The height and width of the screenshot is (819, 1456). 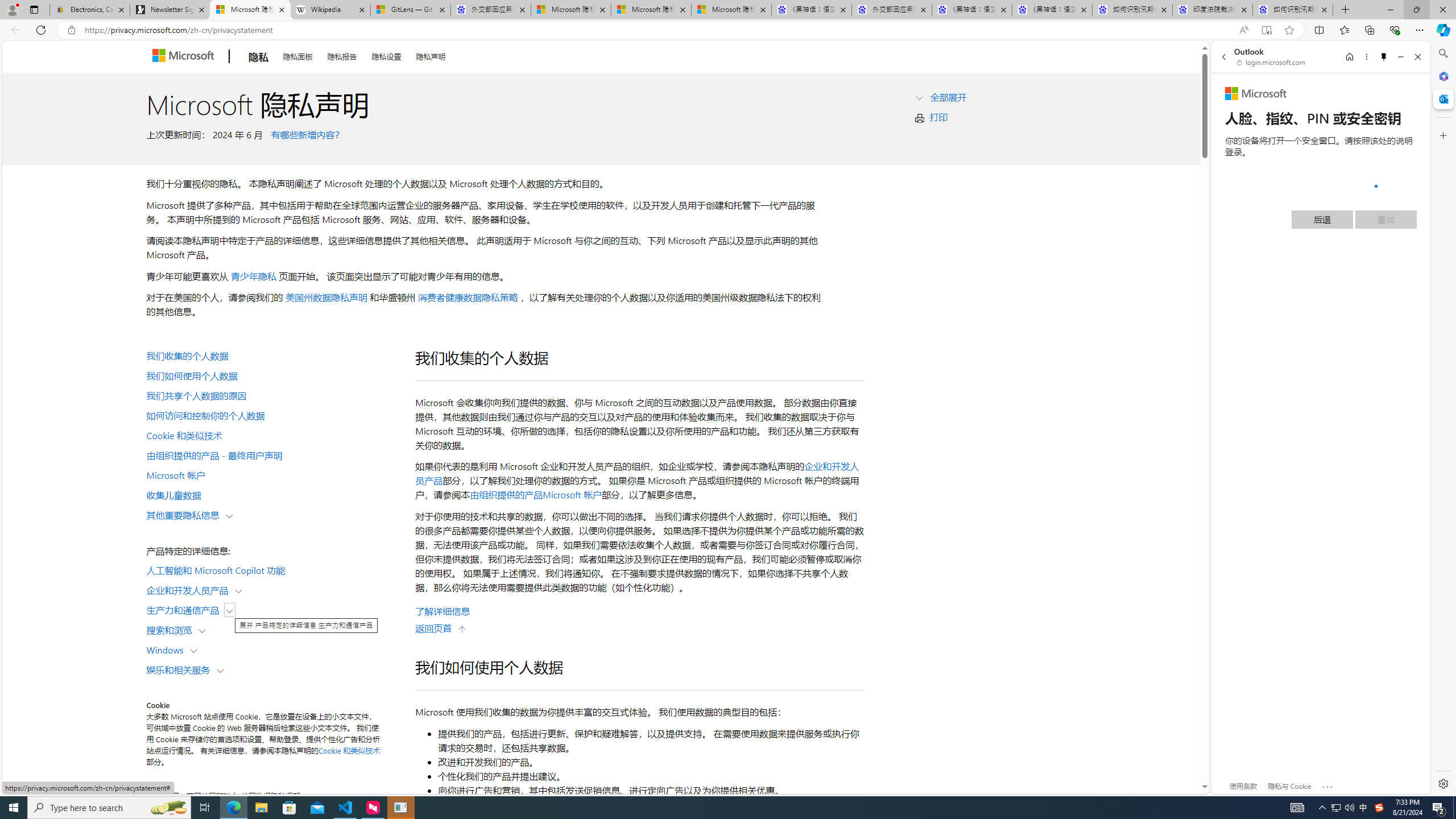 What do you see at coordinates (169, 9) in the screenshot?
I see `'Newsletter Sign Up'` at bounding box center [169, 9].